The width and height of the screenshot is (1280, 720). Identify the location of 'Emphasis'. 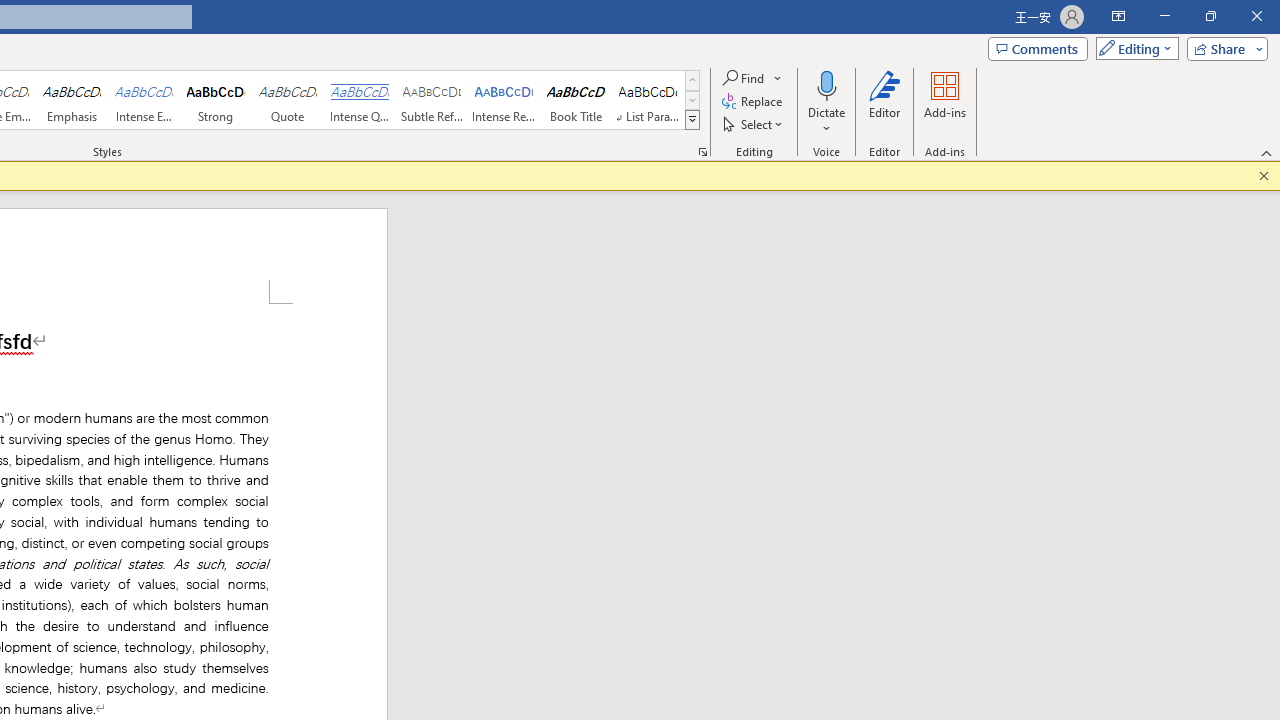
(71, 100).